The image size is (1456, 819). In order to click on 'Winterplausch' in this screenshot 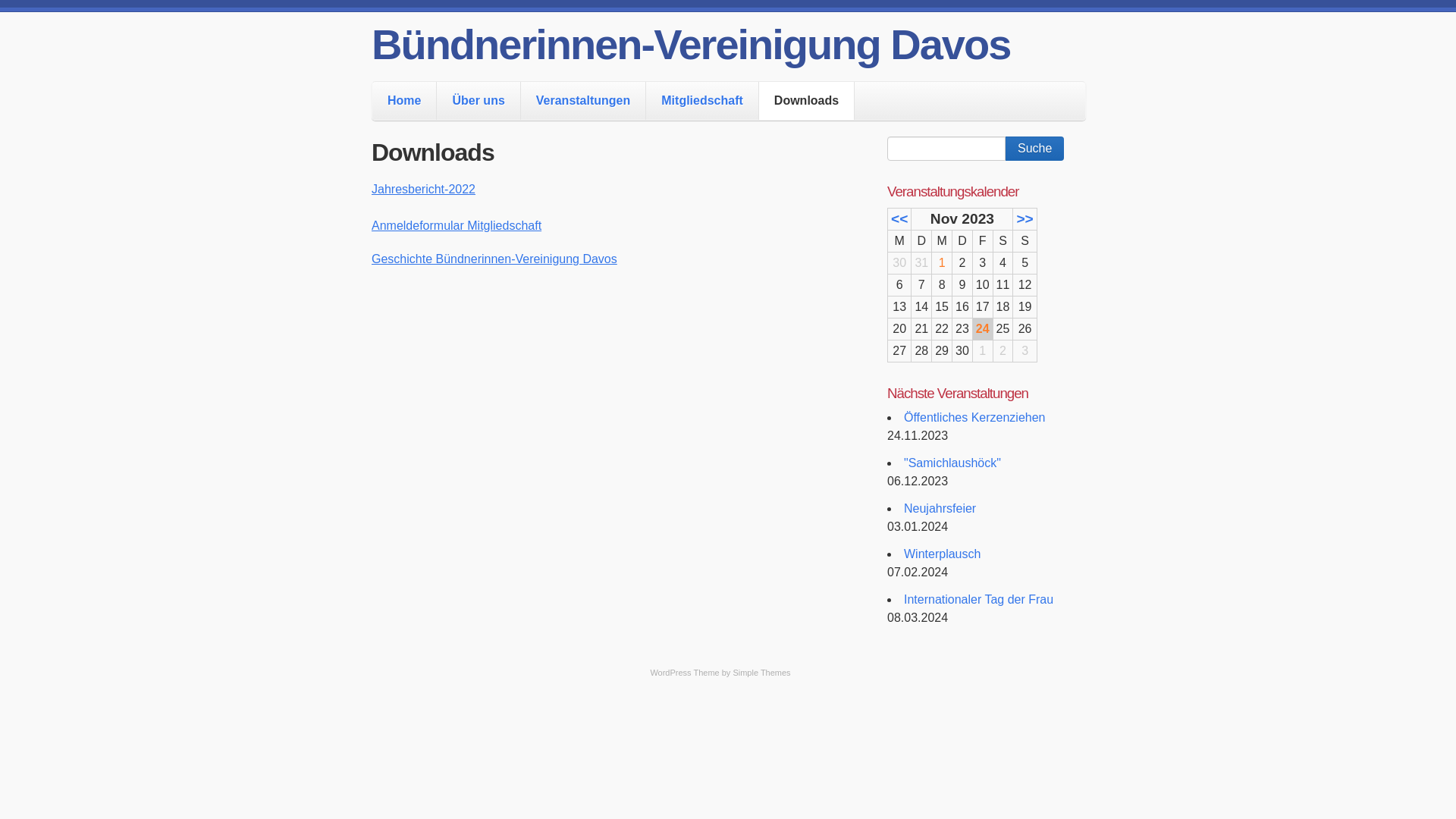, I will do `click(941, 554)`.